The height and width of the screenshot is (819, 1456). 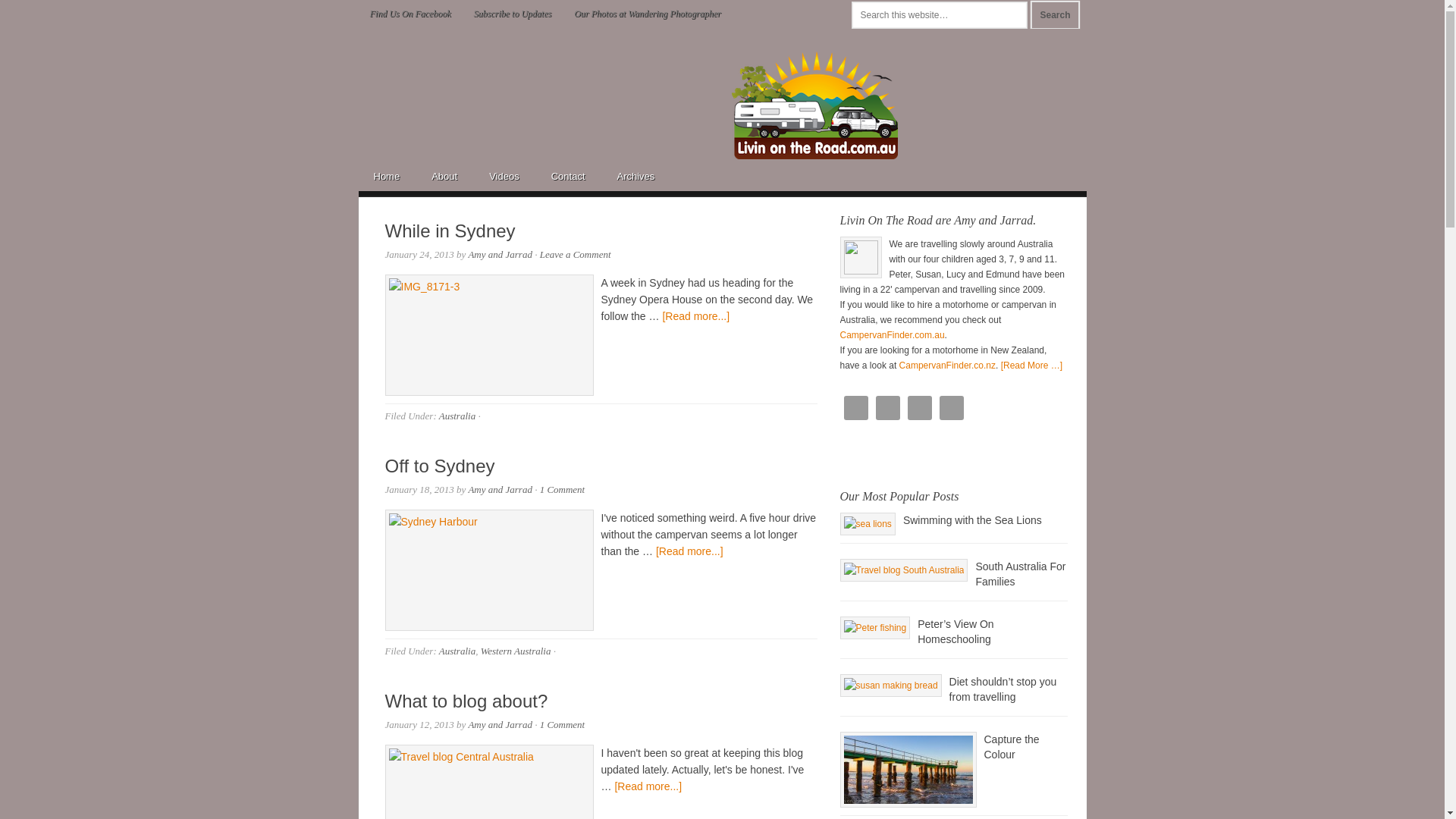 I want to click on 'Twitter', so click(x=938, y=406).